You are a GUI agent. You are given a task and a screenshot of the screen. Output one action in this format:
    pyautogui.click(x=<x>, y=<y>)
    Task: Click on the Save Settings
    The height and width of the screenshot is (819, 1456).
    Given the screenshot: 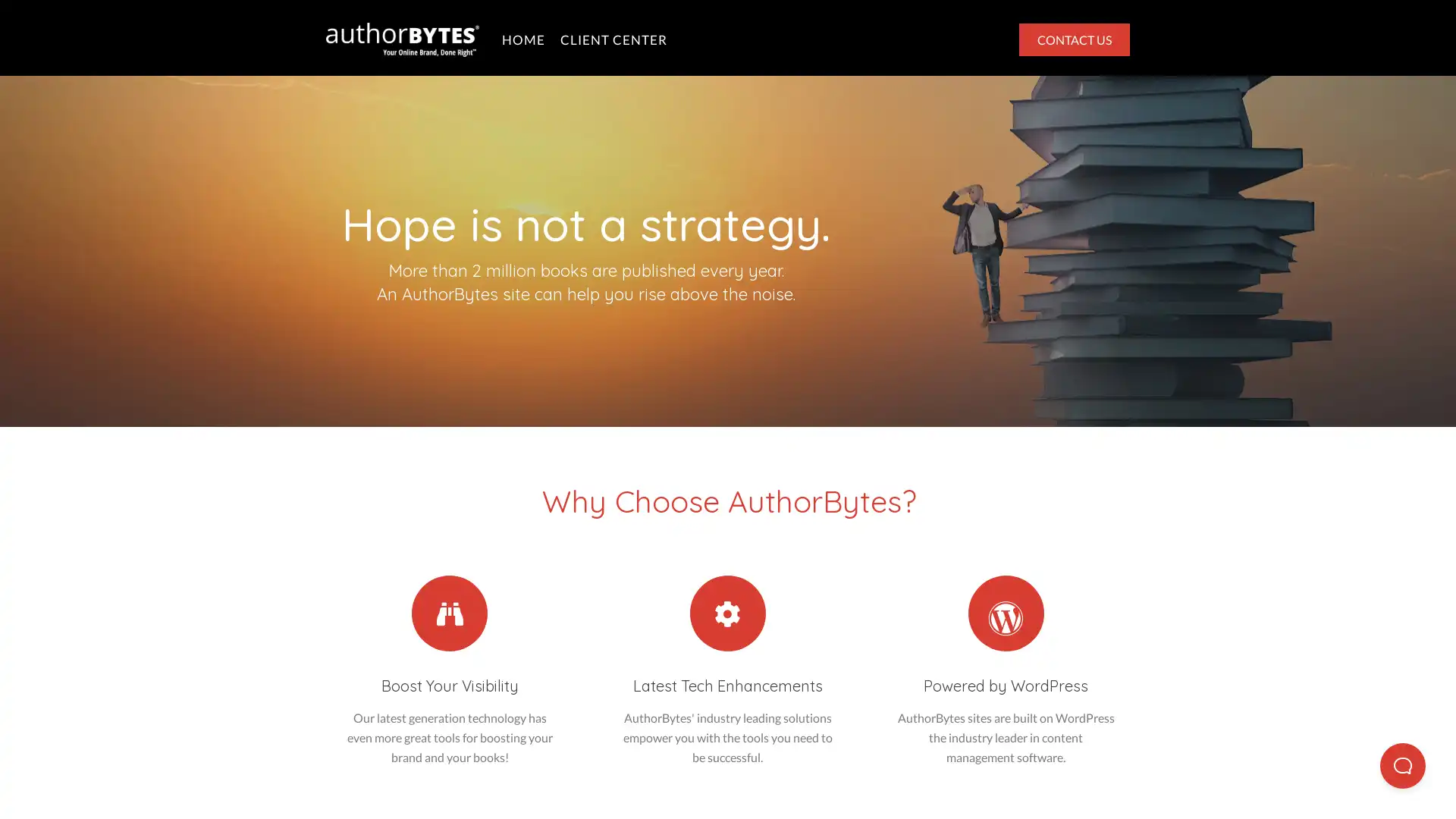 What is the action you would take?
    pyautogui.click(x=689, y=785)
    